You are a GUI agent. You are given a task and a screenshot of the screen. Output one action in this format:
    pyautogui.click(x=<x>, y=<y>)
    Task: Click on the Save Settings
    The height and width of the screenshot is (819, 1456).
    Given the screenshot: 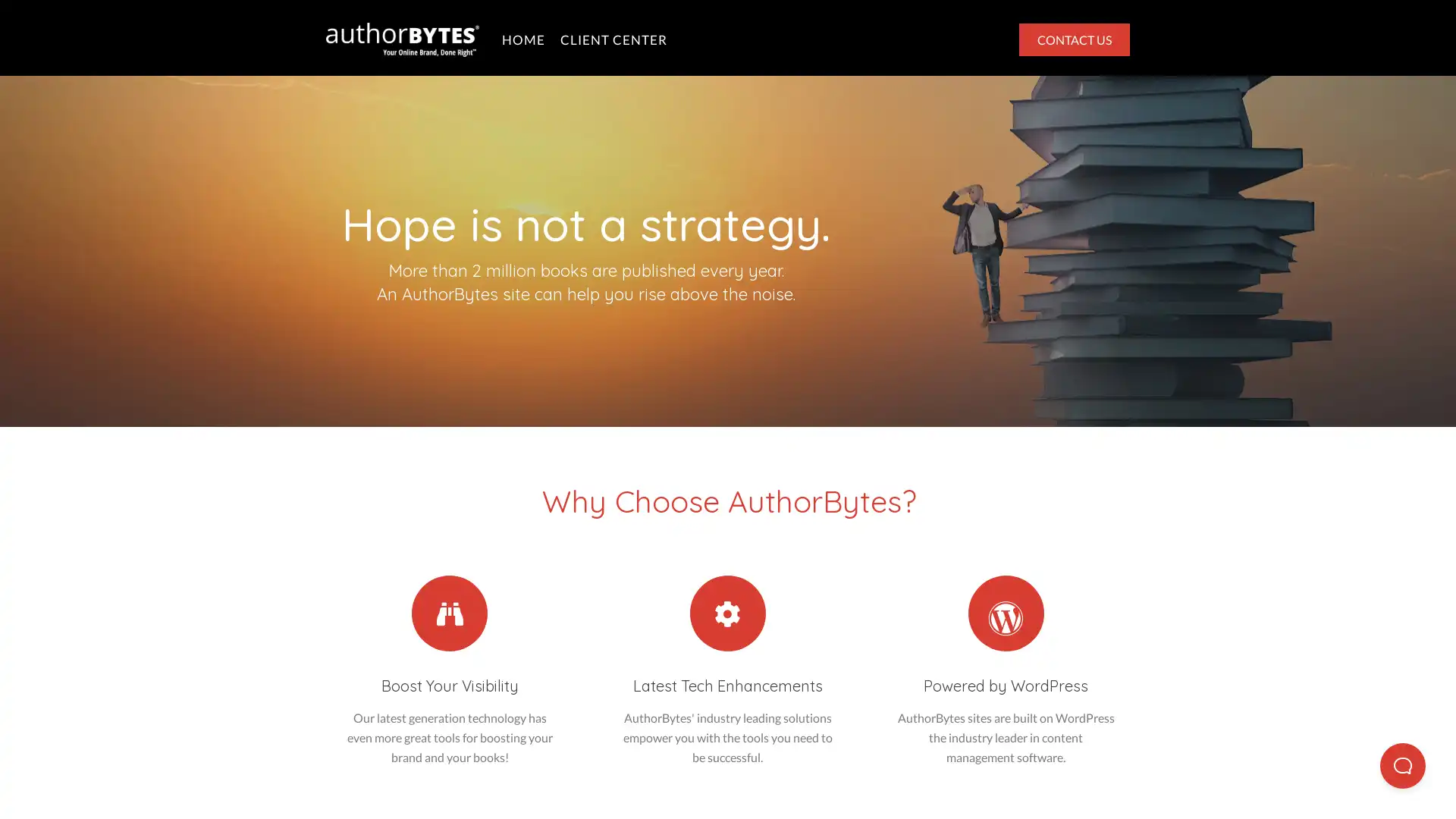 What is the action you would take?
    pyautogui.click(x=689, y=785)
    